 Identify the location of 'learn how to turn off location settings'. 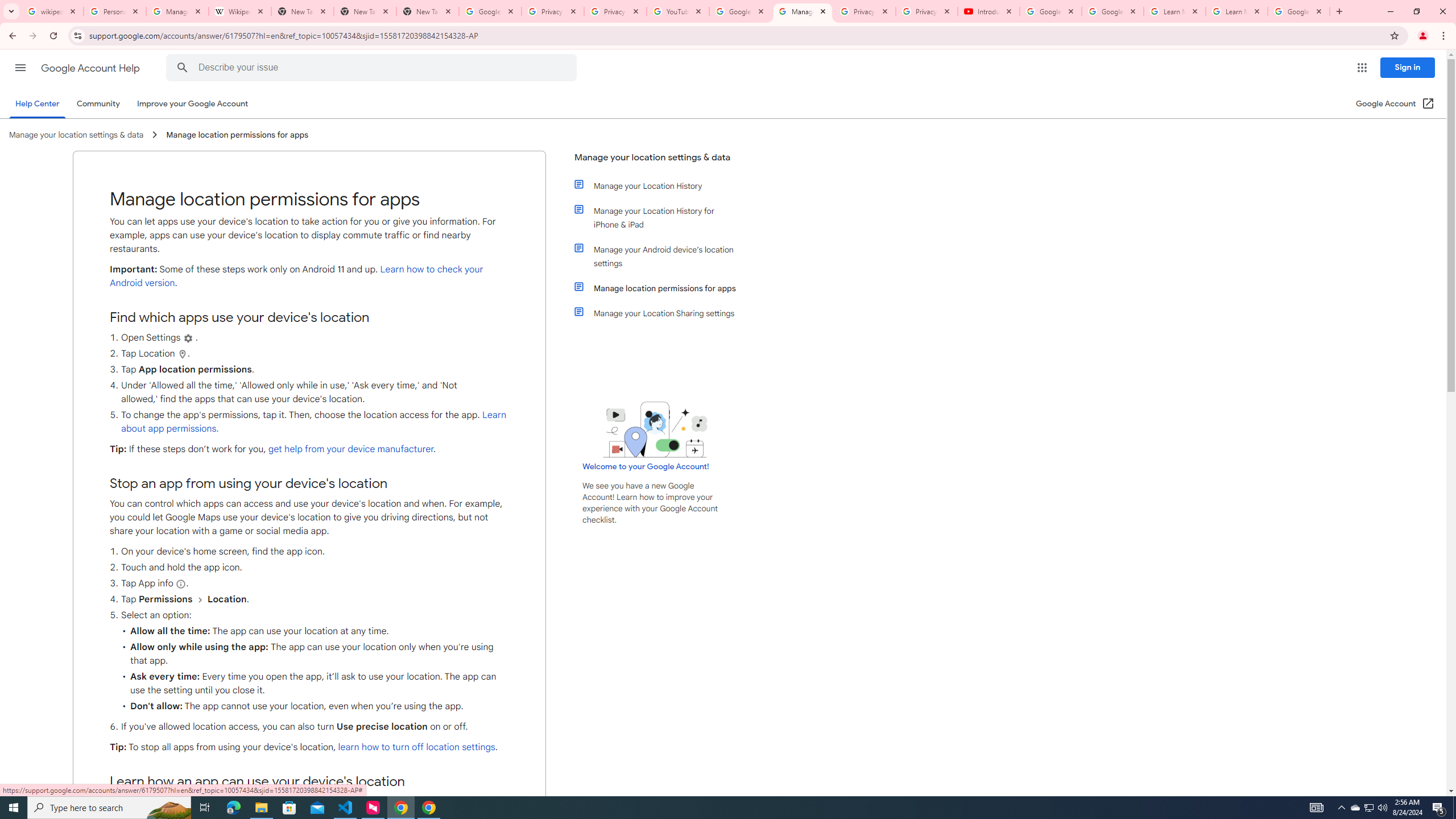
(416, 747).